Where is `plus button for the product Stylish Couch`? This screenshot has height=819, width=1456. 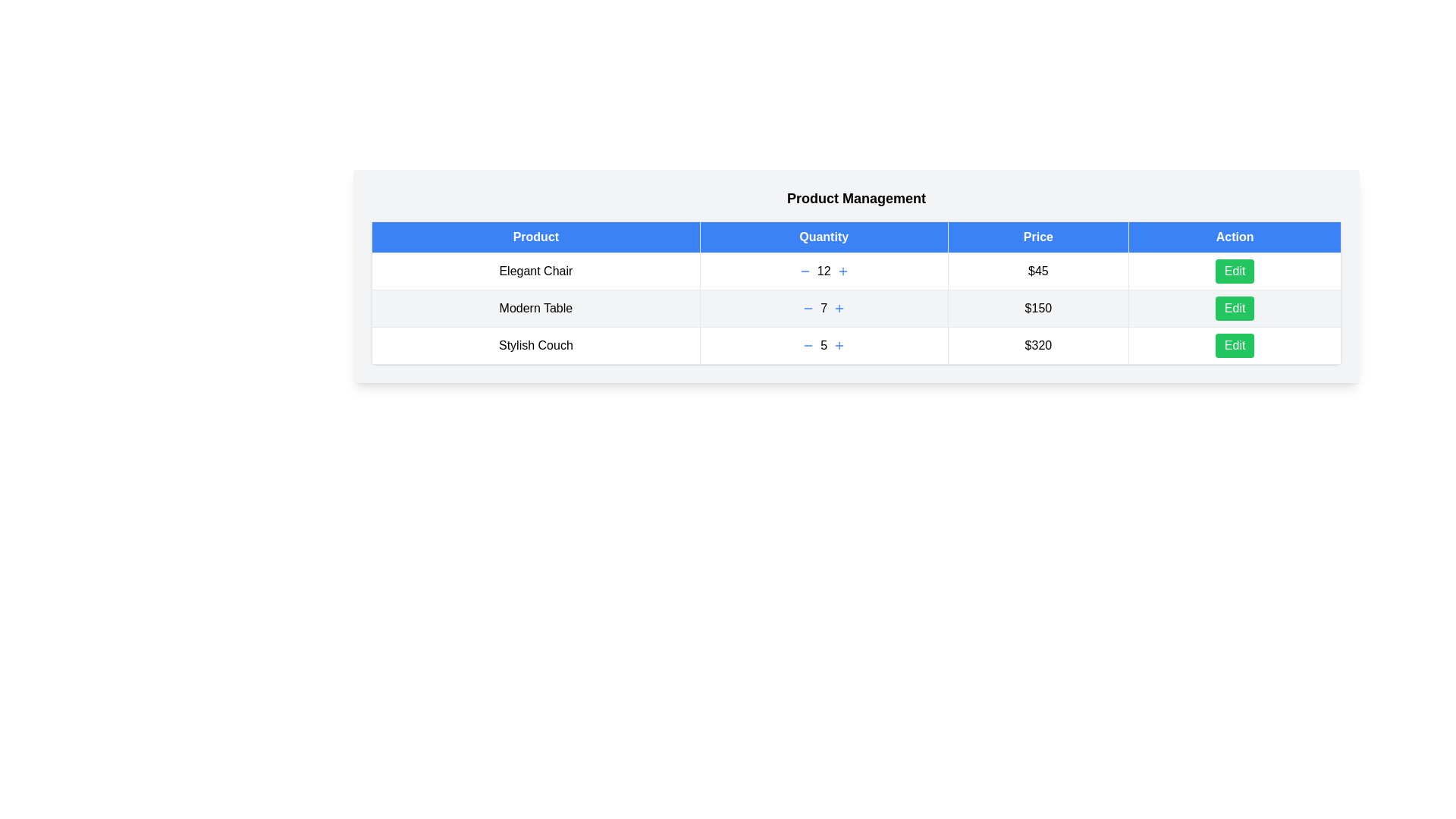 plus button for the product Stylish Couch is located at coordinates (839, 345).